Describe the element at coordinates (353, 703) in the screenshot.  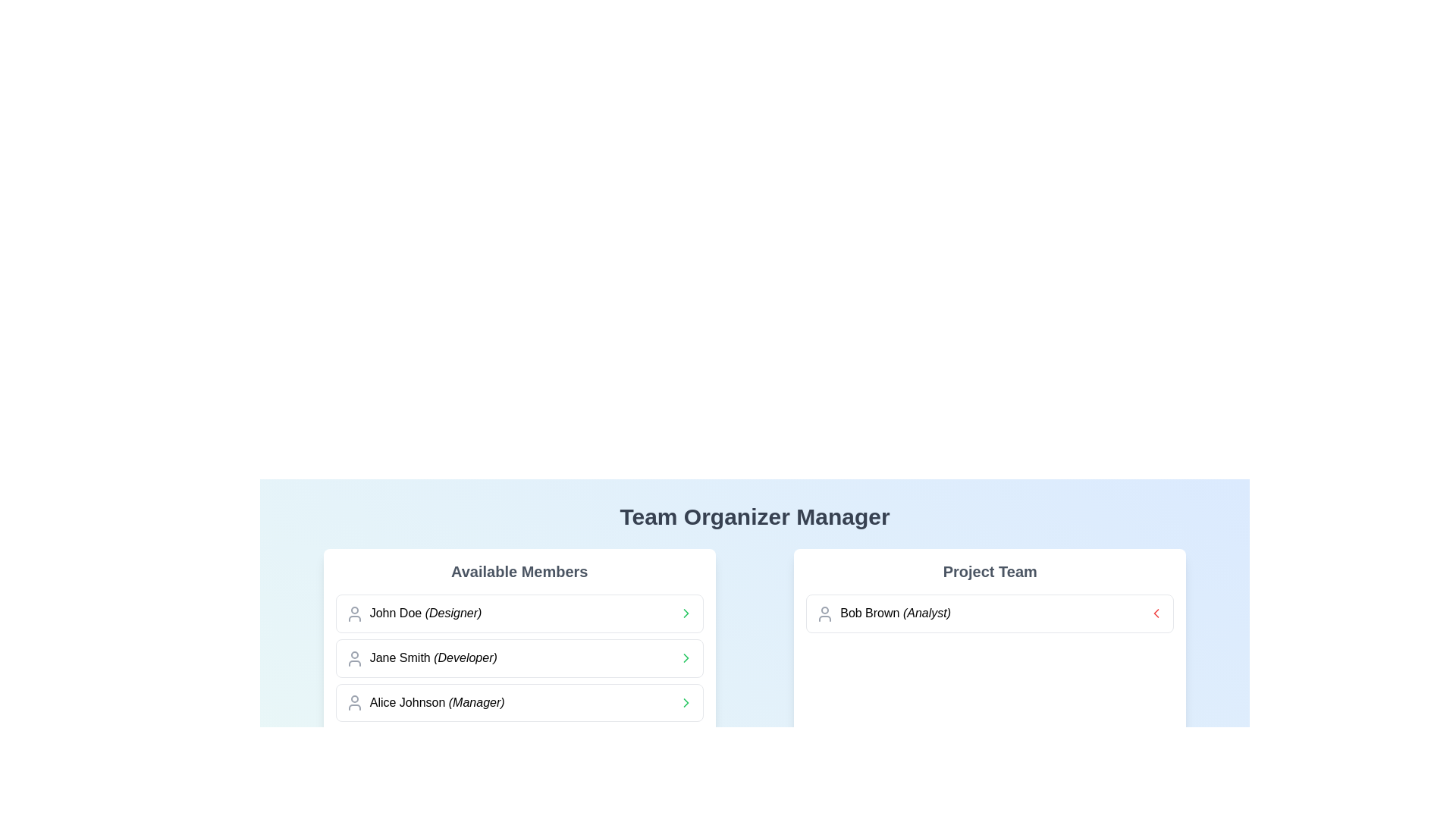
I see `the small gray user icon representing 'Alice Johnson (Manager)' located in the third row of the 'Available Members' list` at that location.